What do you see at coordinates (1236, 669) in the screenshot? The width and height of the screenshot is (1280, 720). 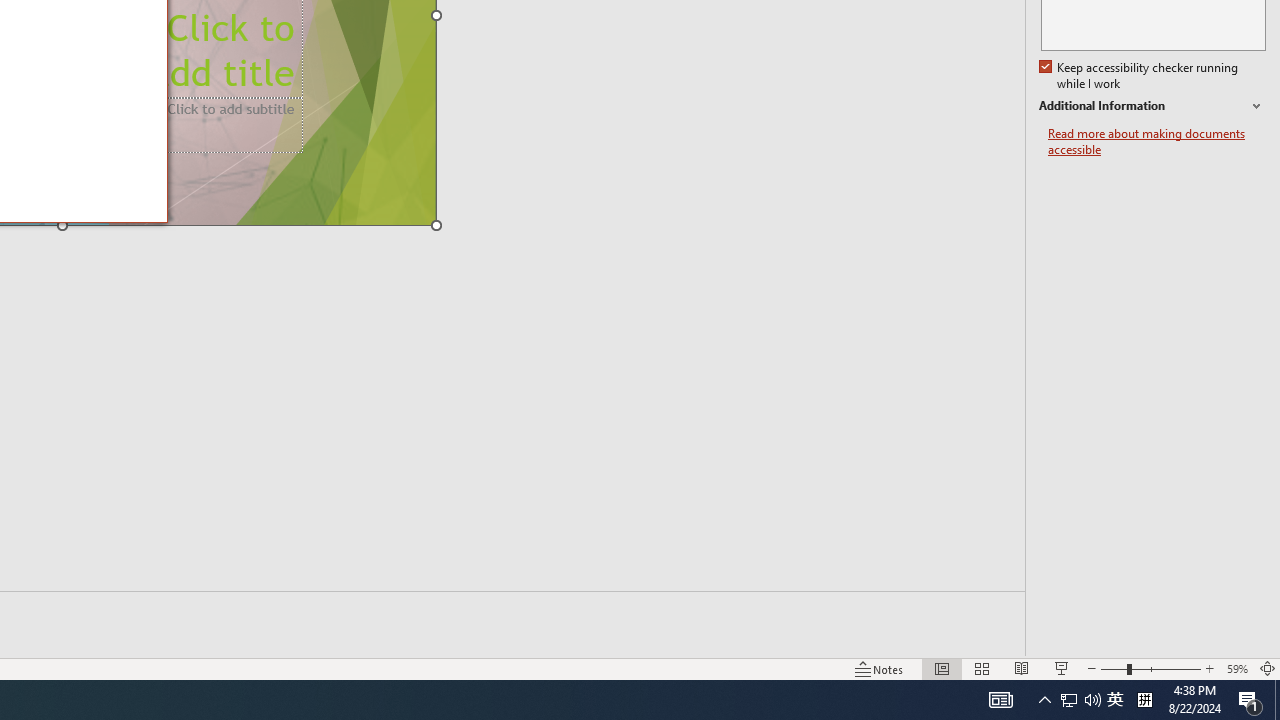 I see `'Zoom 59%'` at bounding box center [1236, 669].